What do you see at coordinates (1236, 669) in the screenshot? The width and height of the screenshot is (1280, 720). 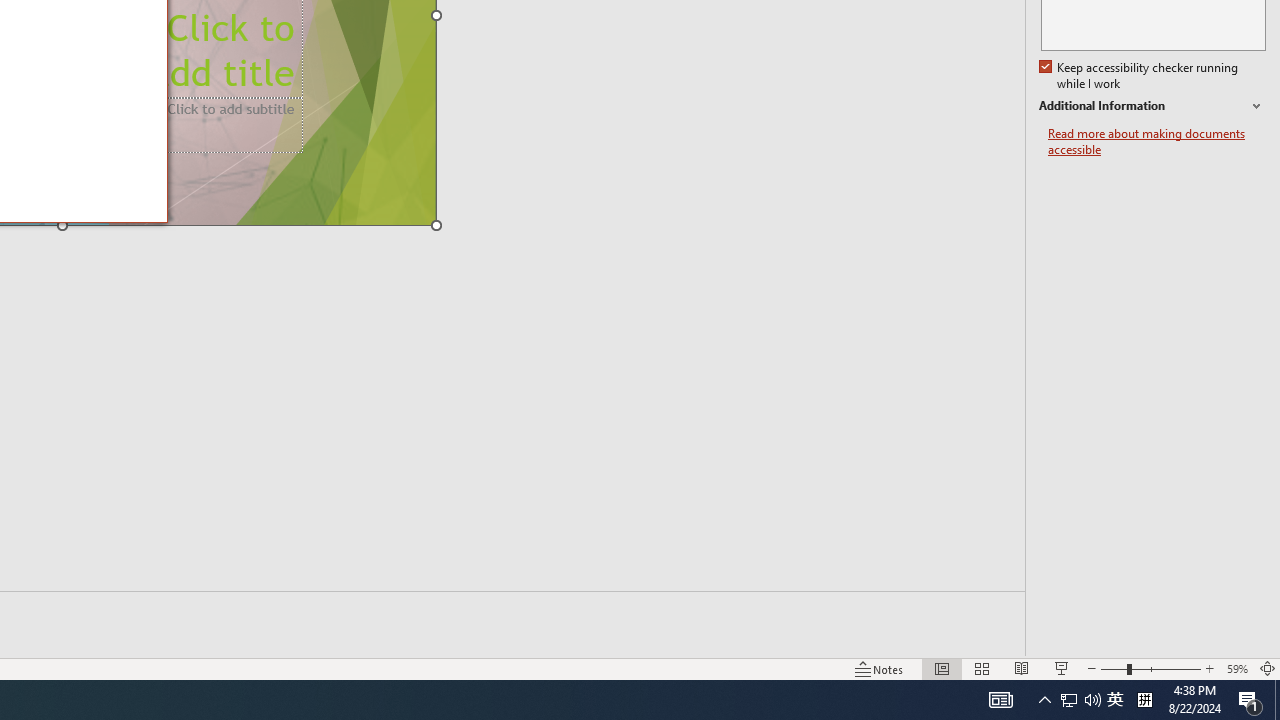 I see `'Zoom 59%'` at bounding box center [1236, 669].